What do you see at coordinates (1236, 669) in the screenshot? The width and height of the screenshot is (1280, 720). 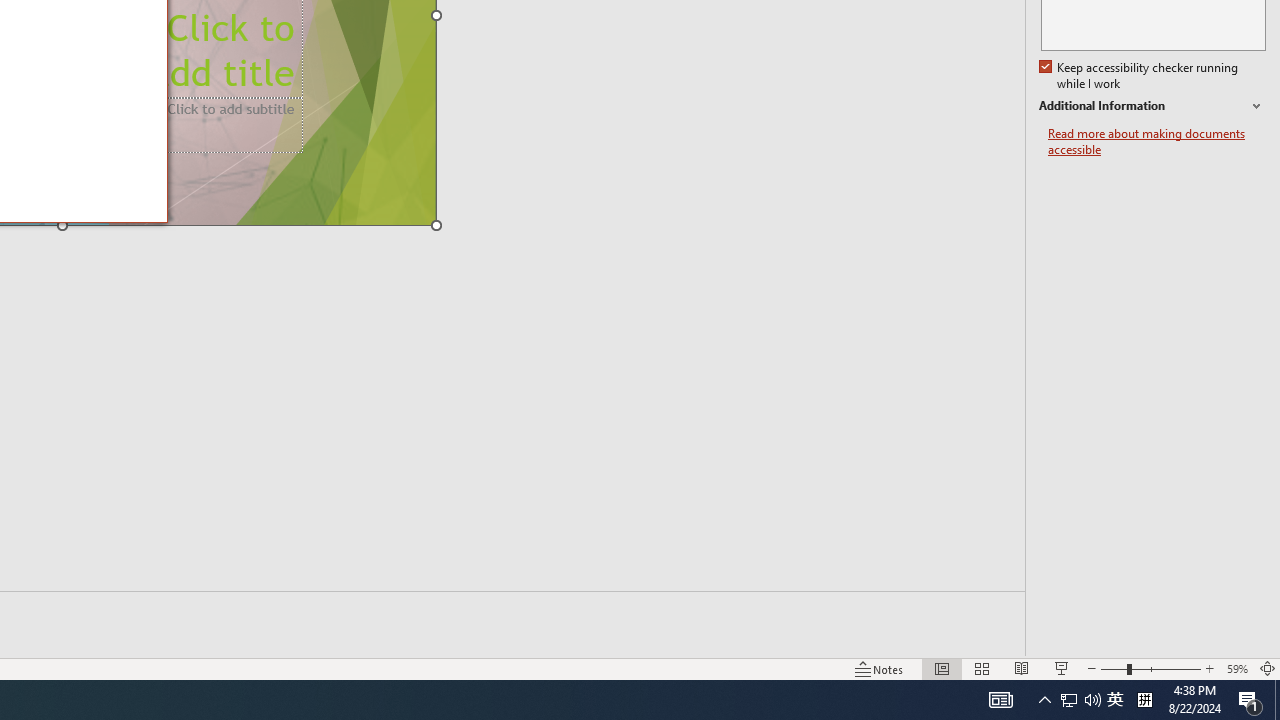 I see `'Zoom 59%'` at bounding box center [1236, 669].